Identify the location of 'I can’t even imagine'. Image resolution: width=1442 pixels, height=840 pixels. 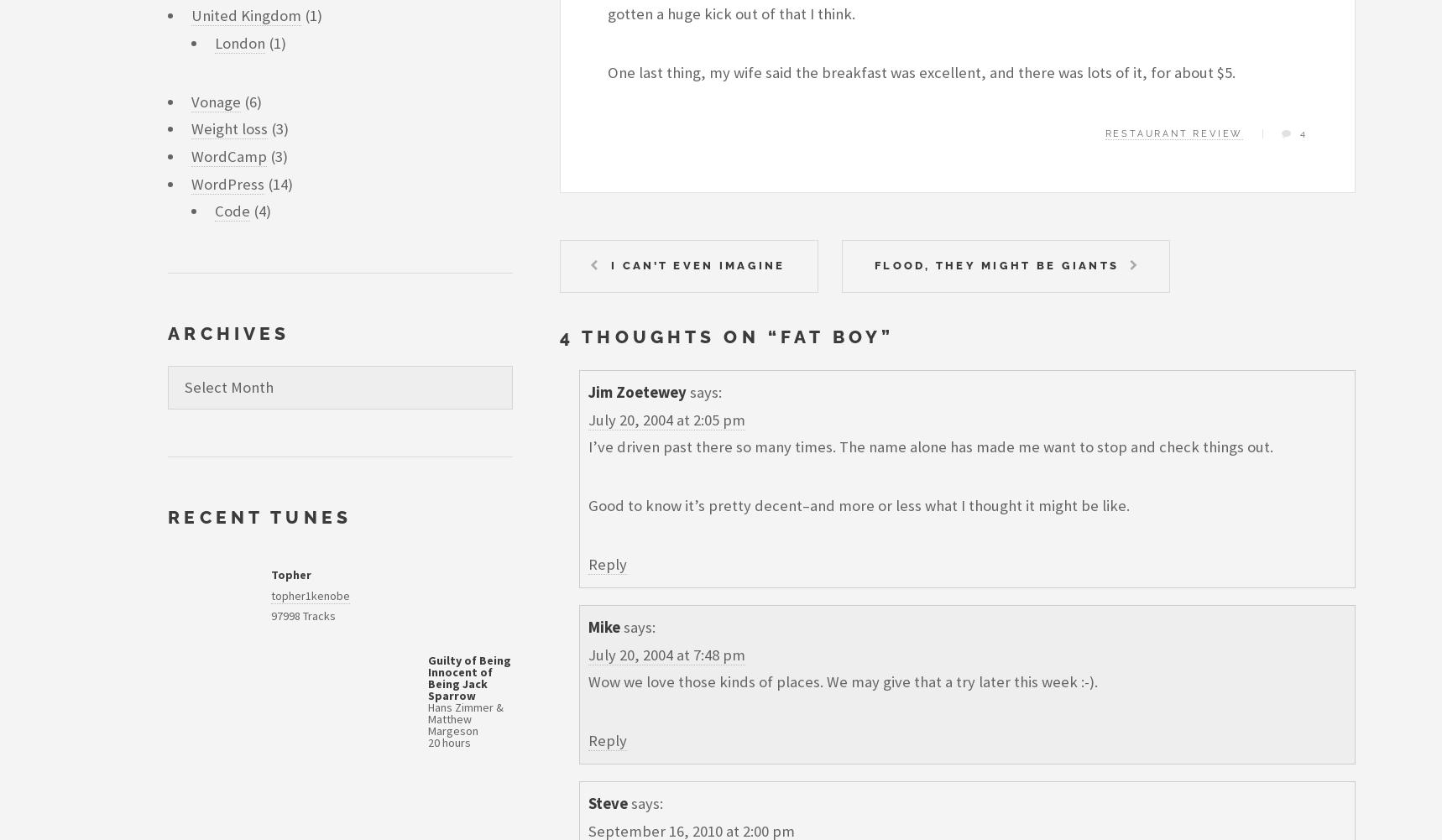
(697, 265).